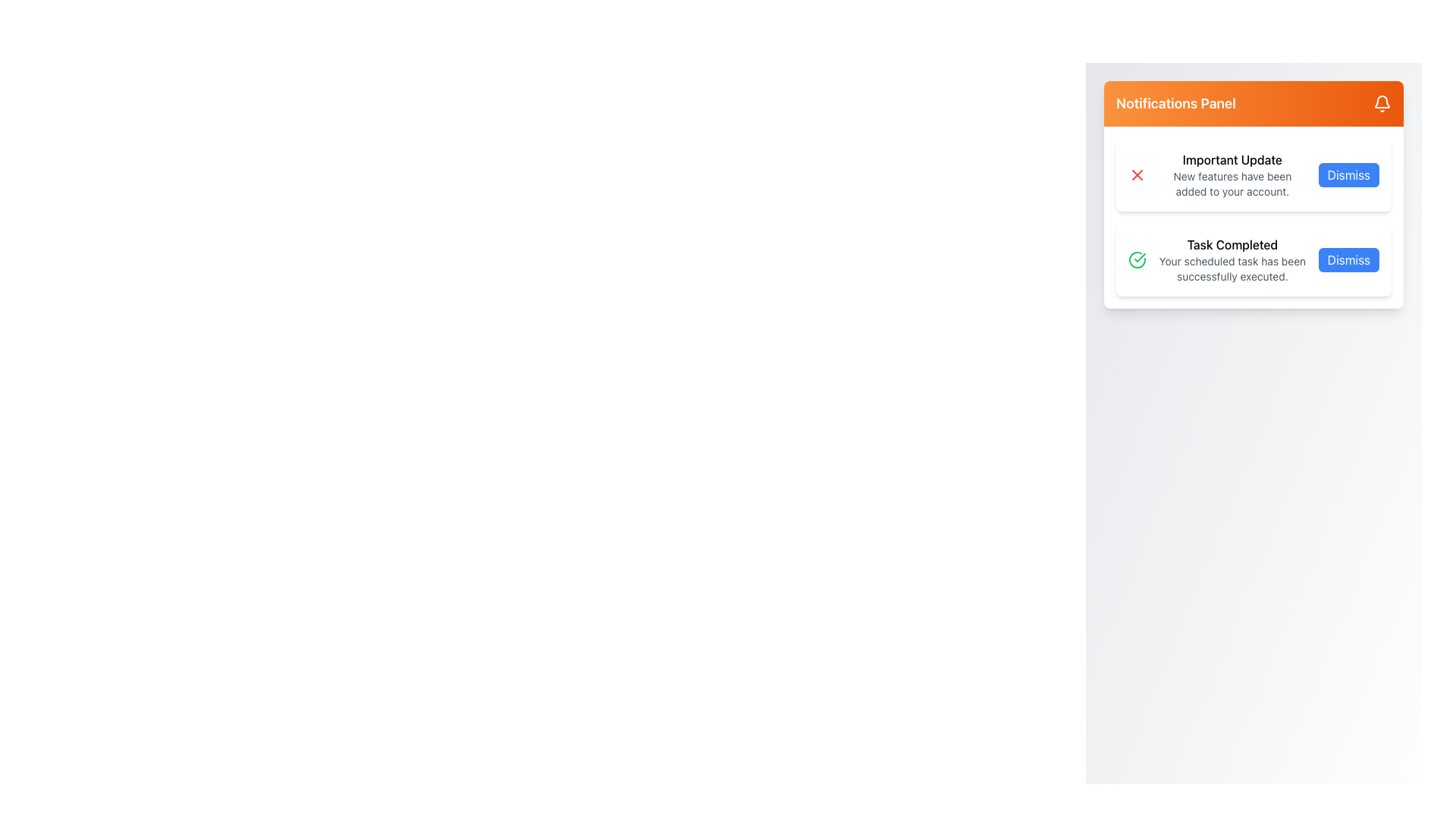  What do you see at coordinates (1348, 174) in the screenshot?
I see `the dismiss button located in the 'Important Update' notification block` at bounding box center [1348, 174].